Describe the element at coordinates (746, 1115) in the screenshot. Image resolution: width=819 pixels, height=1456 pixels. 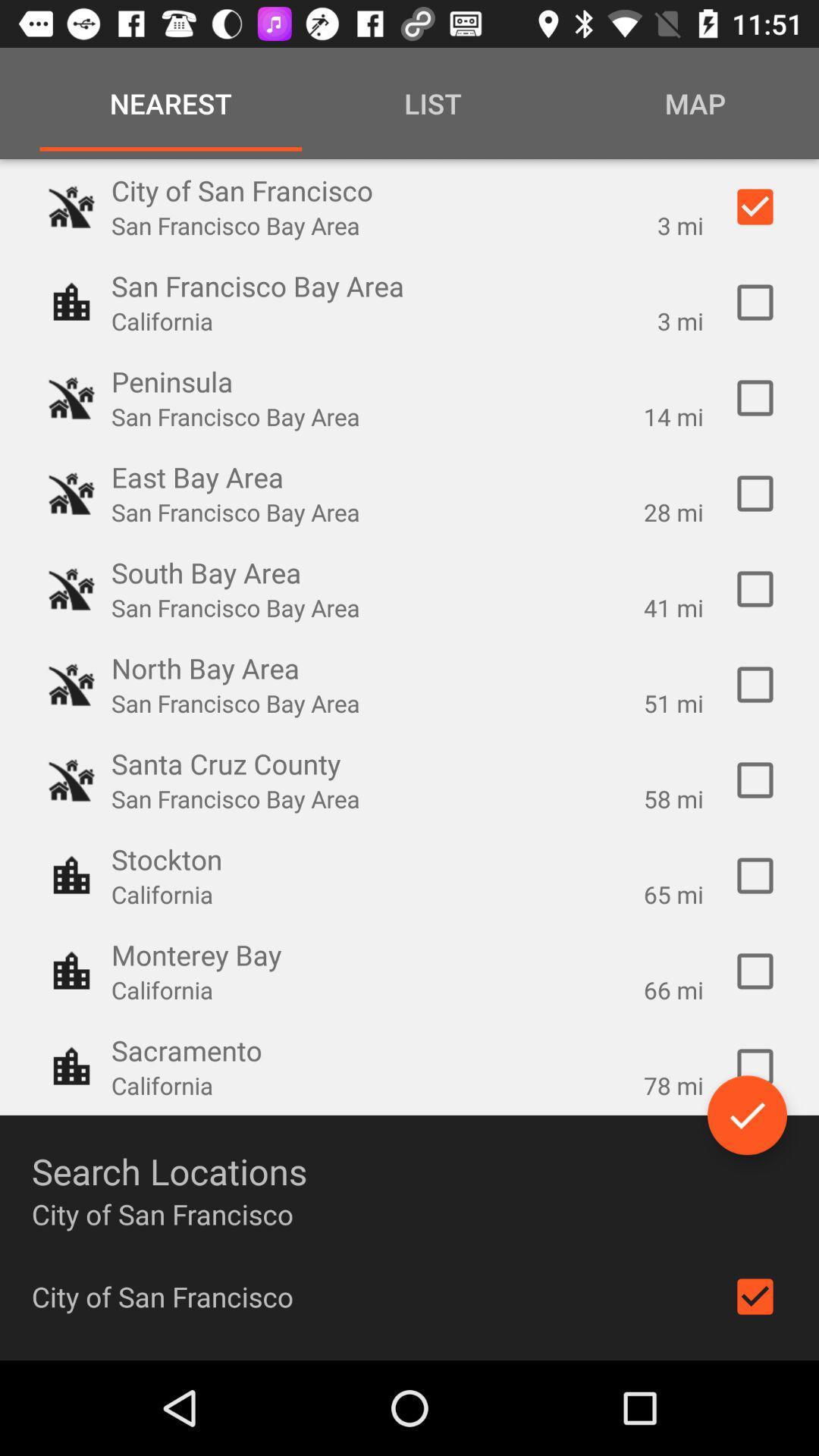
I see `the item above city of san` at that location.